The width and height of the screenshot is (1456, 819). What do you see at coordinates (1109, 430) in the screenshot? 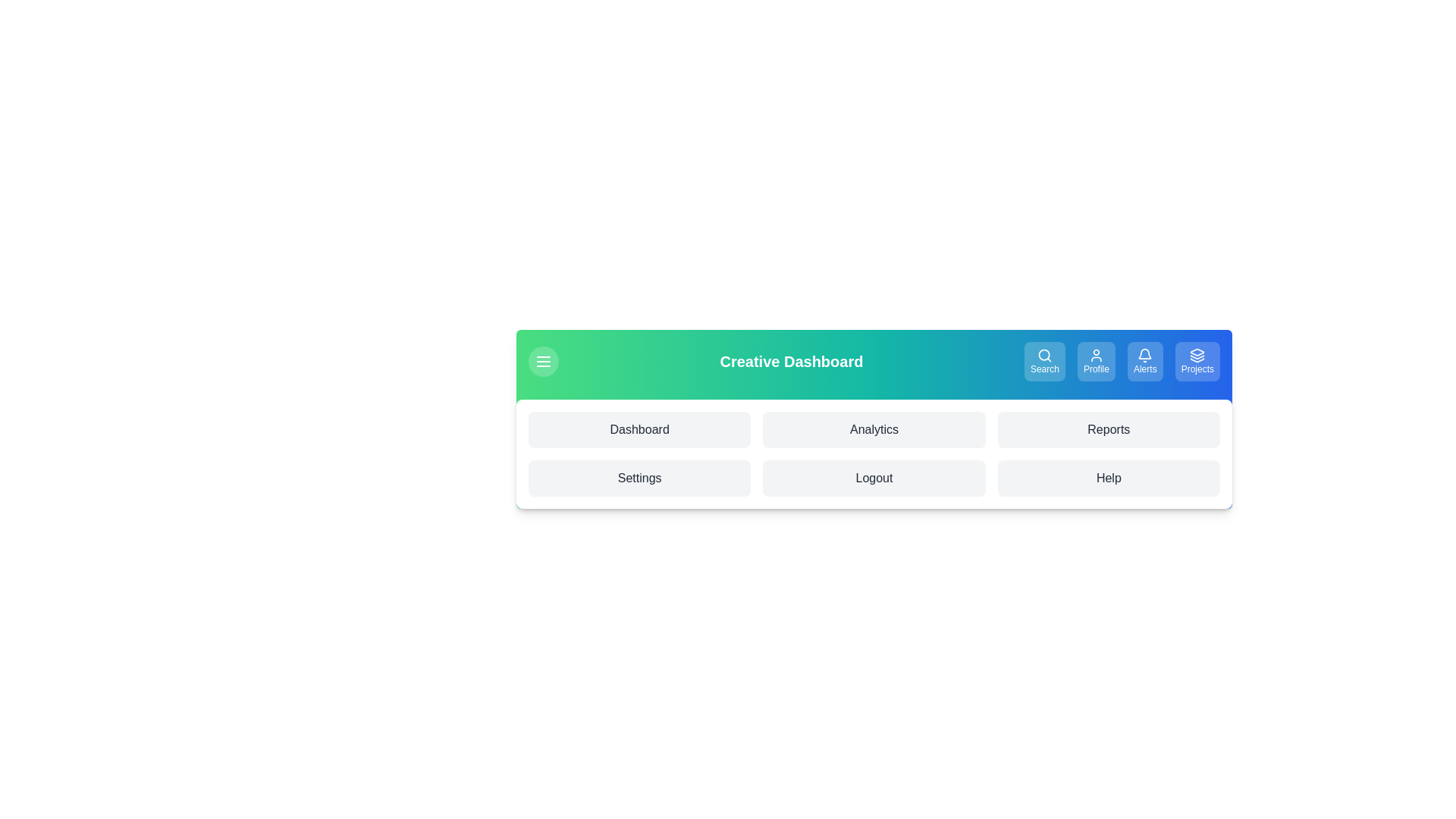
I see `the menu item labeled Reports` at bounding box center [1109, 430].